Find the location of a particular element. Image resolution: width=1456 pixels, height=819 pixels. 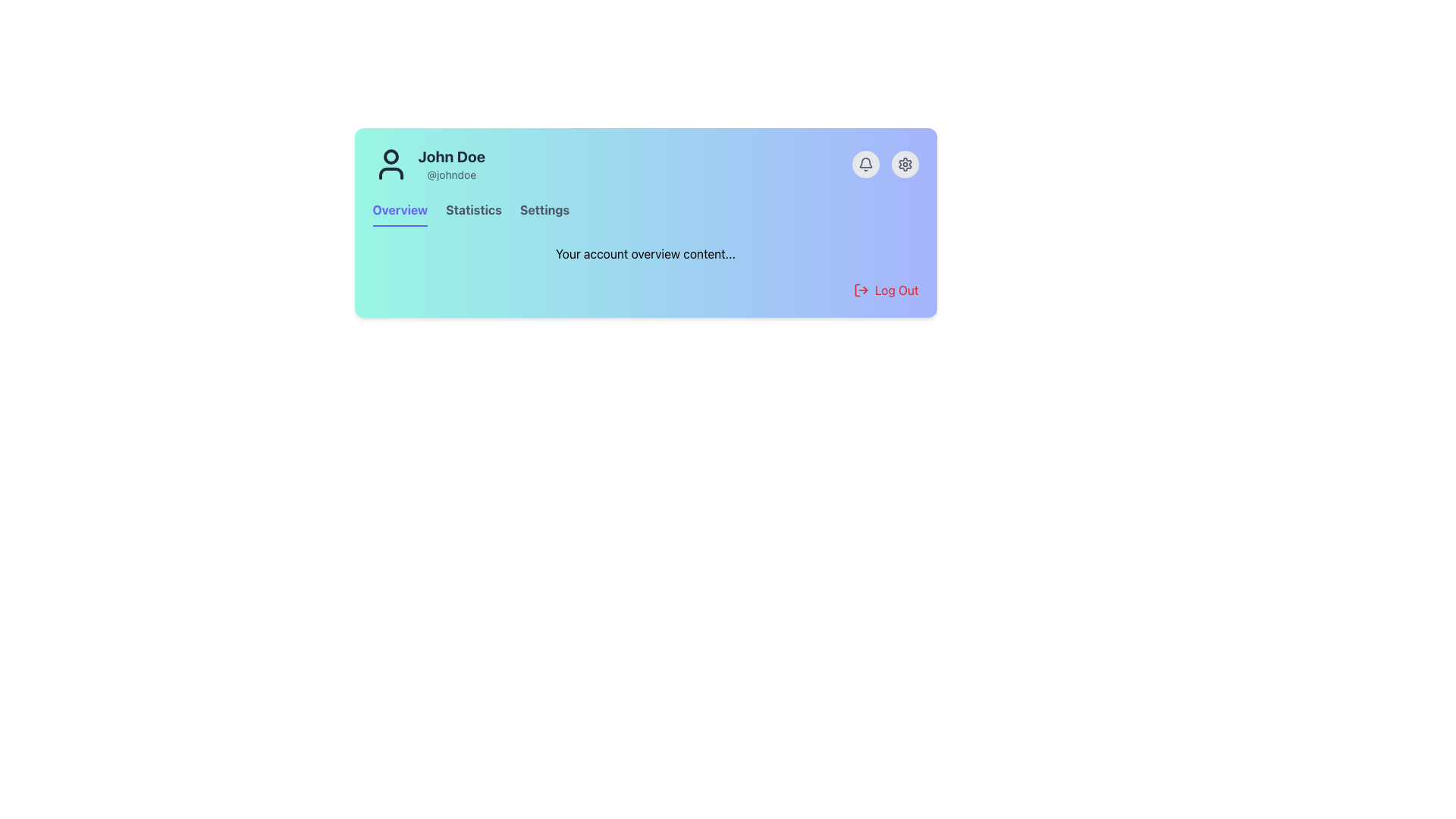

the 'Statistics' tab in the horizontal navigation bar is located at coordinates (472, 213).